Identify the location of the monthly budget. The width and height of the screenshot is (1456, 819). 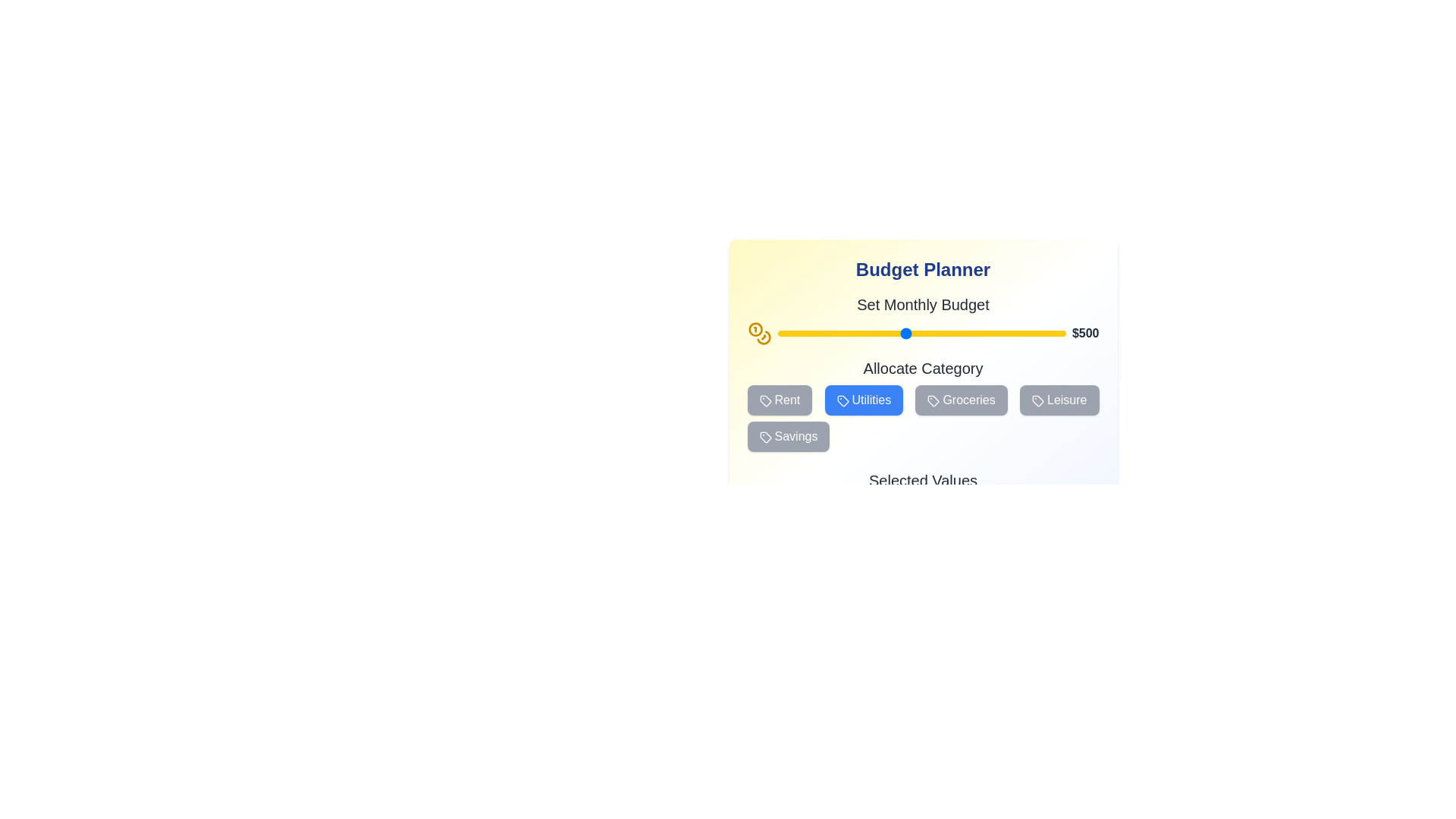
(1033, 332).